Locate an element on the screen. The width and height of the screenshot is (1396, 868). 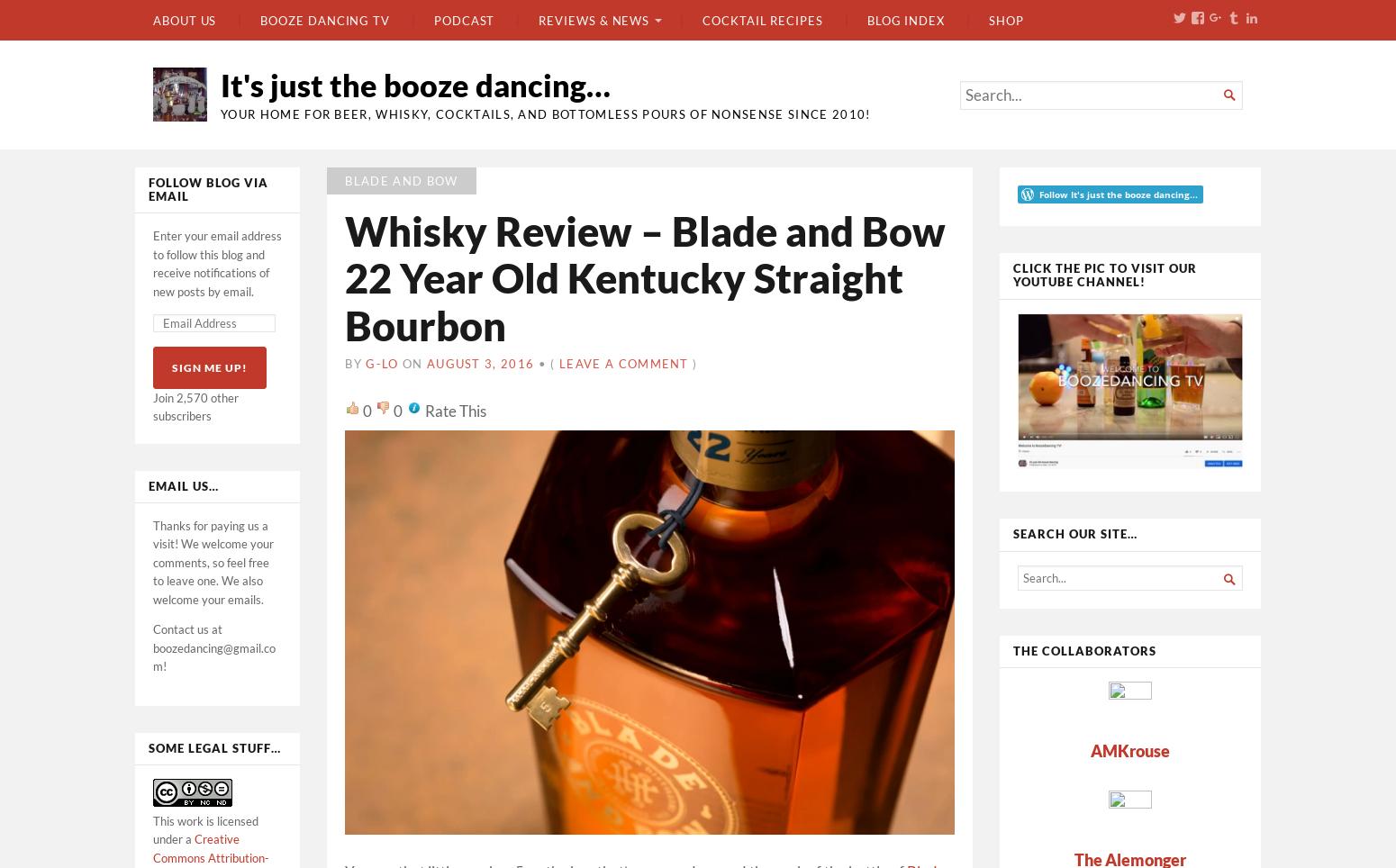
'Search our site…' is located at coordinates (1011, 532).